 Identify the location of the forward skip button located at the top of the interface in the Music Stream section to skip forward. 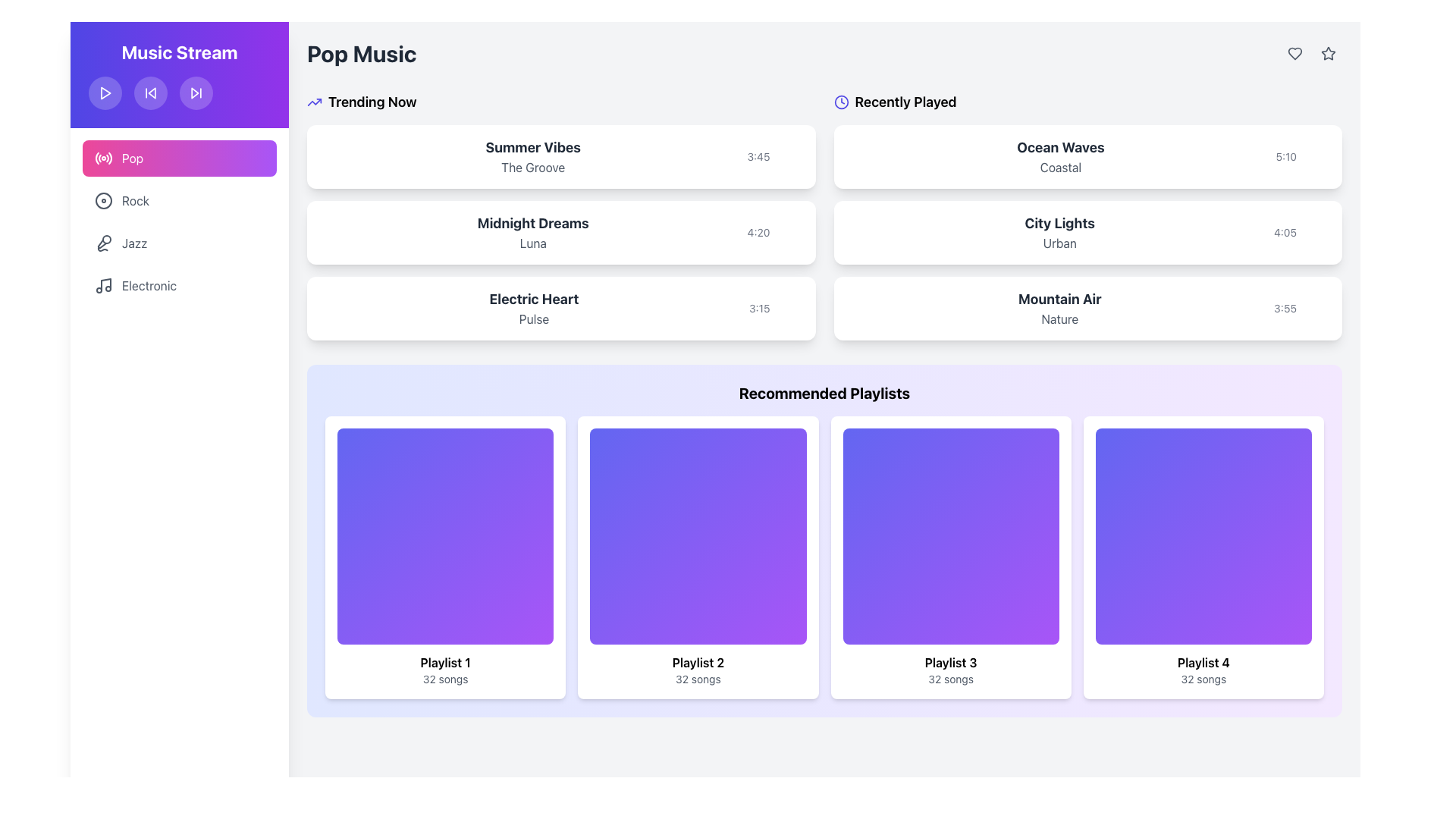
(196, 93).